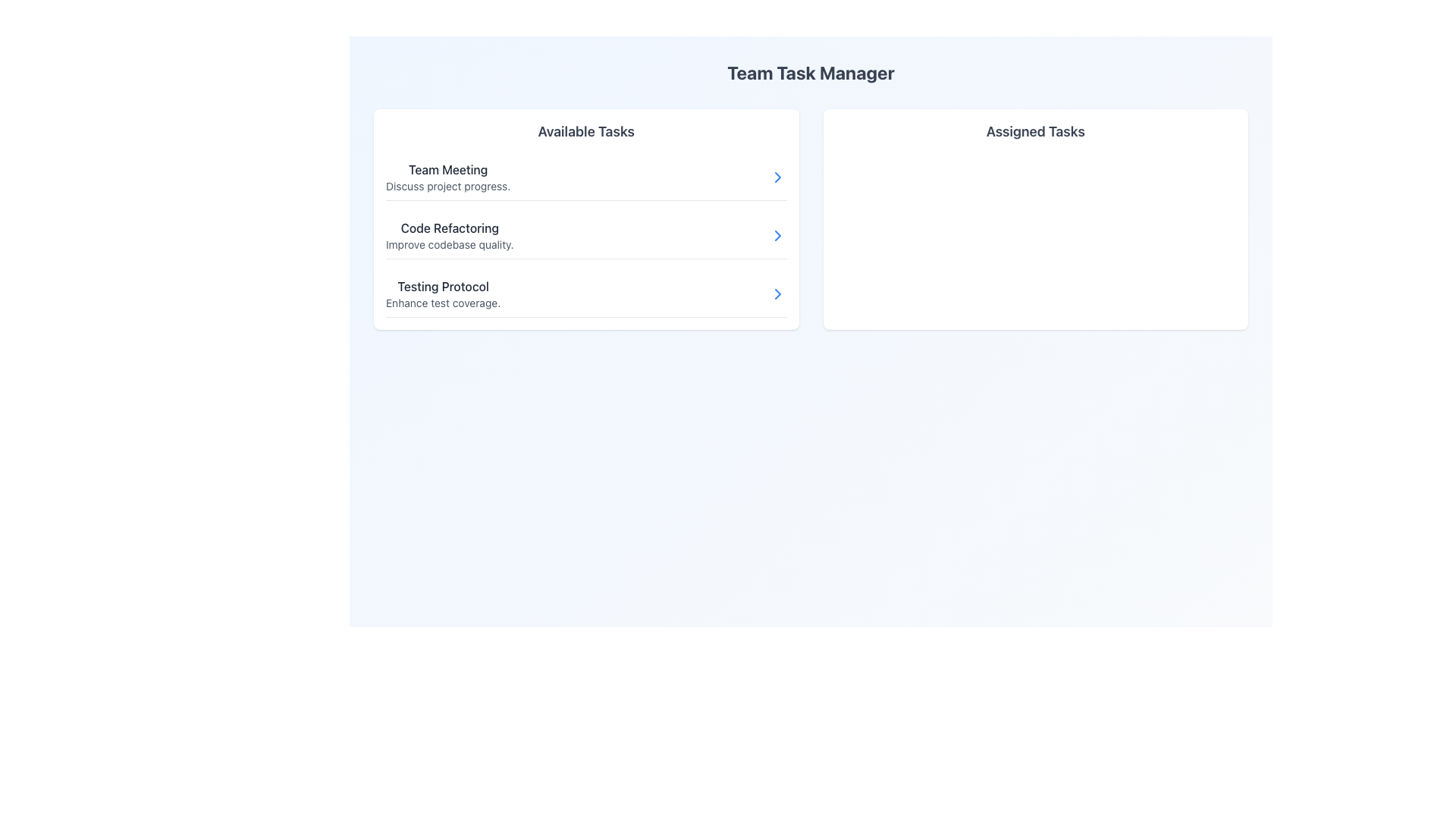 The image size is (1456, 819). What do you see at coordinates (447, 169) in the screenshot?
I see `the 'Team Meeting' text label, which is the first item in the 'Available Tasks' card, styled in bold, medium-sized dark gray font` at bounding box center [447, 169].